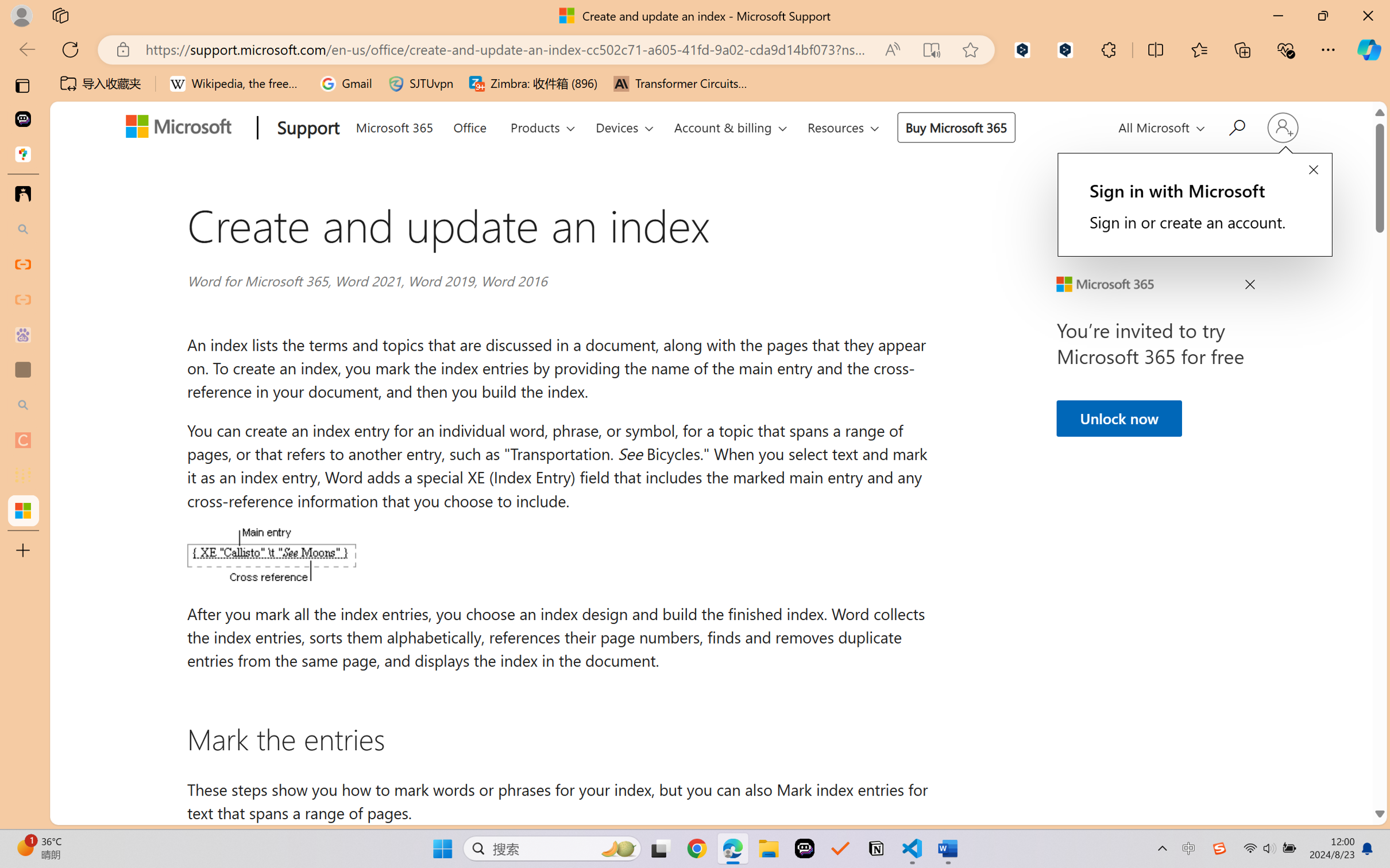 The width and height of the screenshot is (1390, 868). What do you see at coordinates (1281, 127) in the screenshot?
I see `'Sign in to your account'` at bounding box center [1281, 127].